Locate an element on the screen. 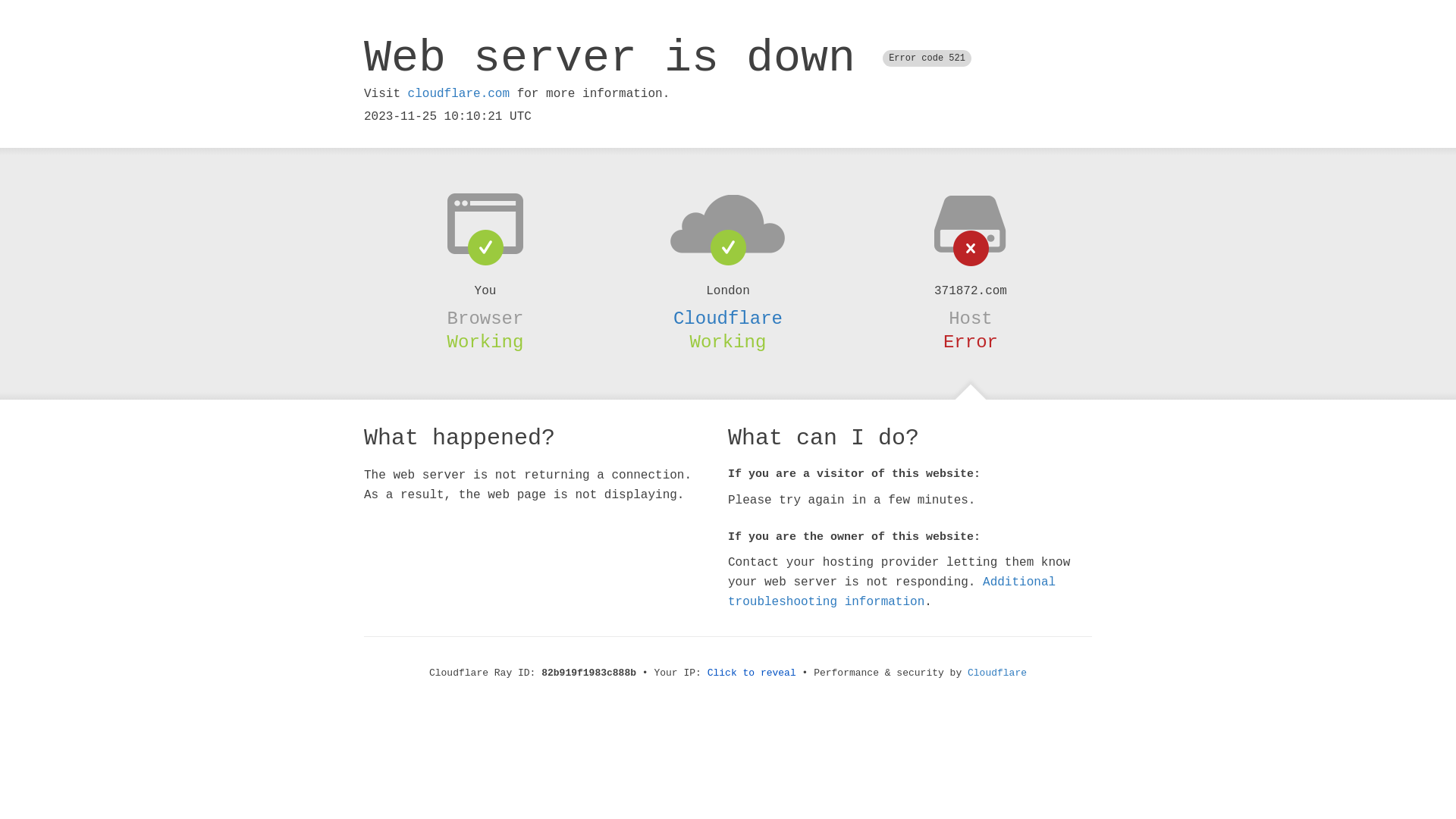 This screenshot has height=819, width=1456. 'Cloudflare' is located at coordinates (997, 672).